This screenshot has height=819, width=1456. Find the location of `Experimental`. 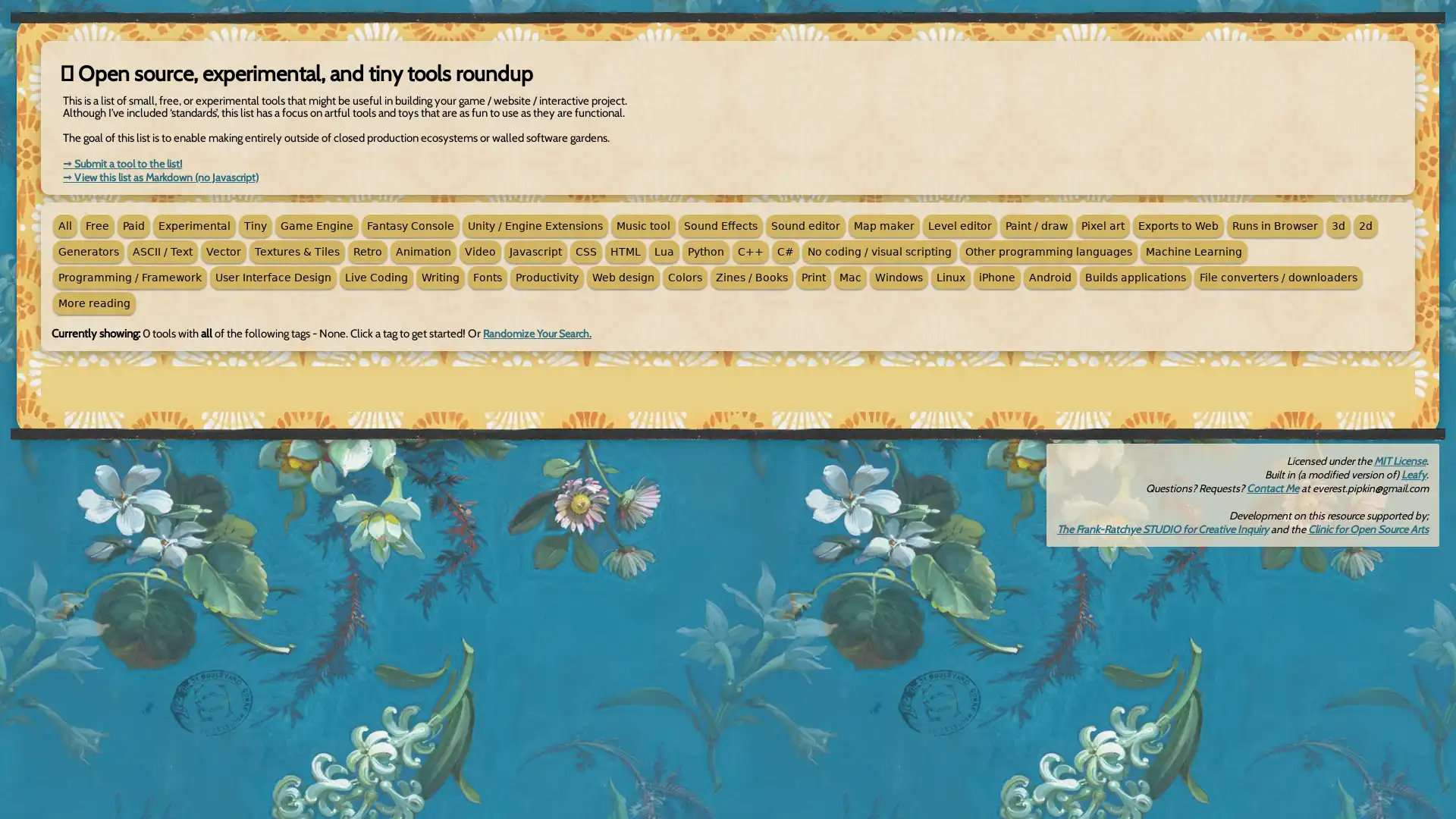

Experimental is located at coordinates (193, 225).